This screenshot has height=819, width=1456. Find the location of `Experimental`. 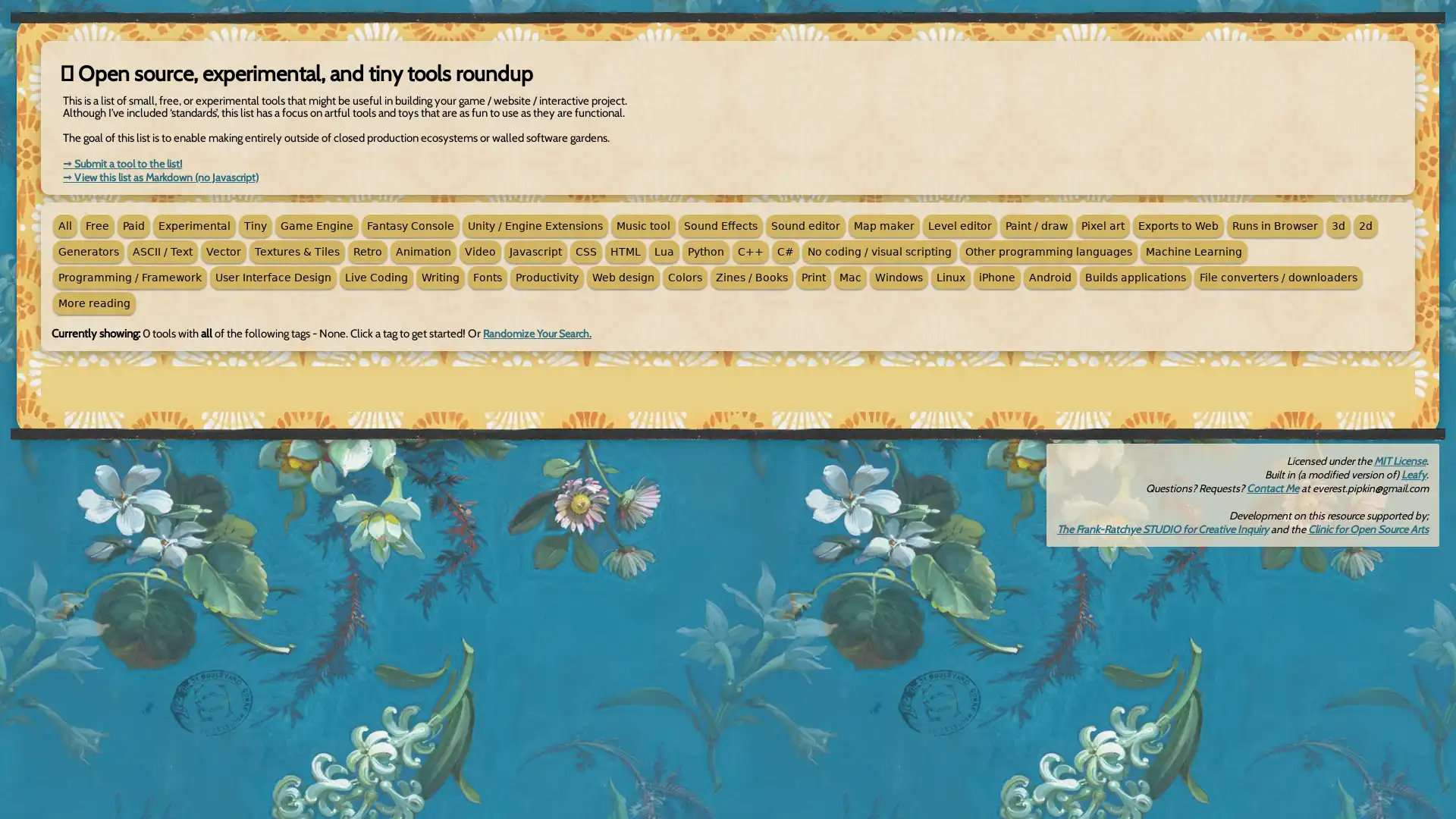

Experimental is located at coordinates (193, 225).